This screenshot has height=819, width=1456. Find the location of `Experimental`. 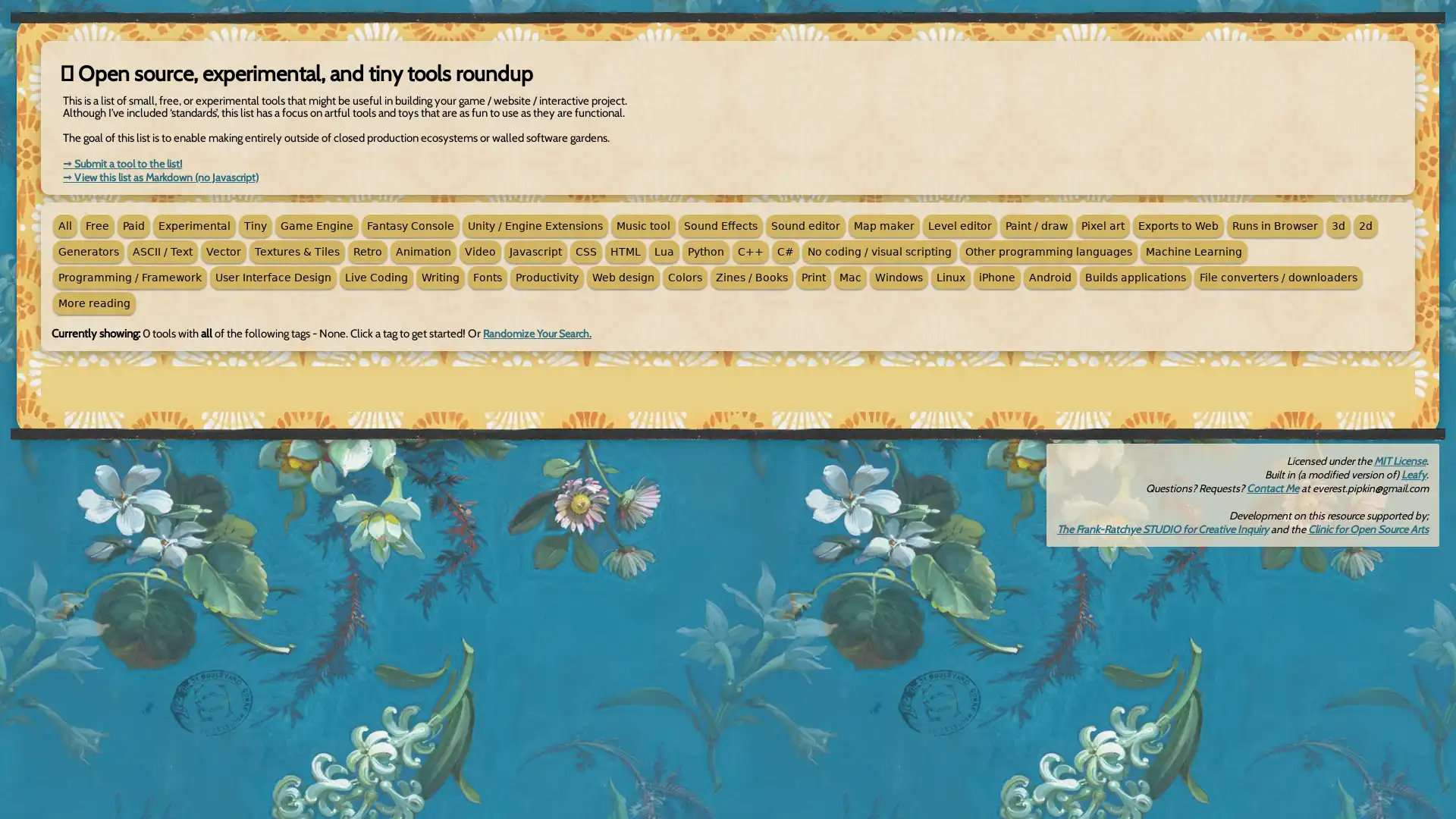

Experimental is located at coordinates (193, 225).